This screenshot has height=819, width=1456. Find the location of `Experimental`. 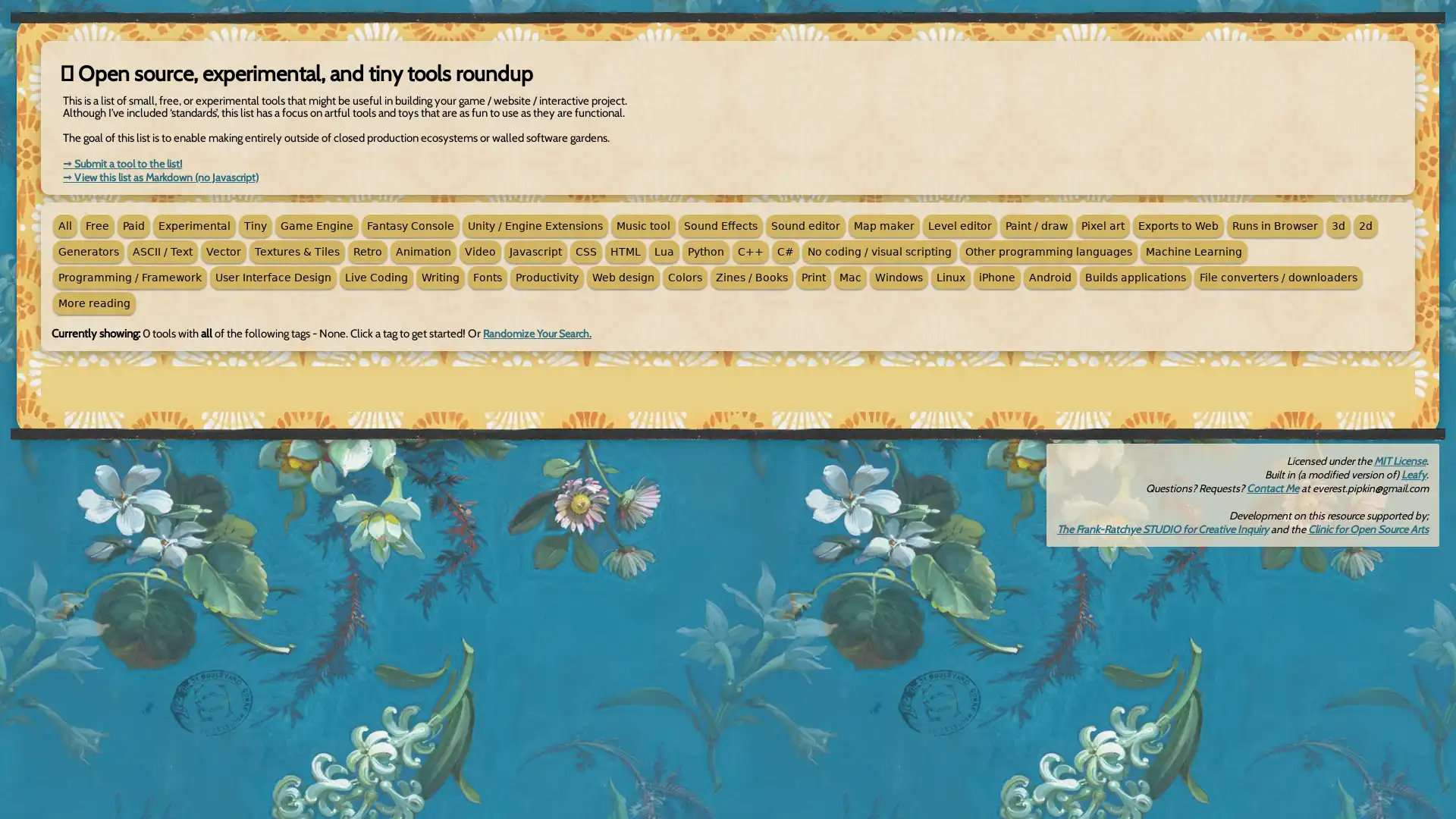

Experimental is located at coordinates (193, 225).